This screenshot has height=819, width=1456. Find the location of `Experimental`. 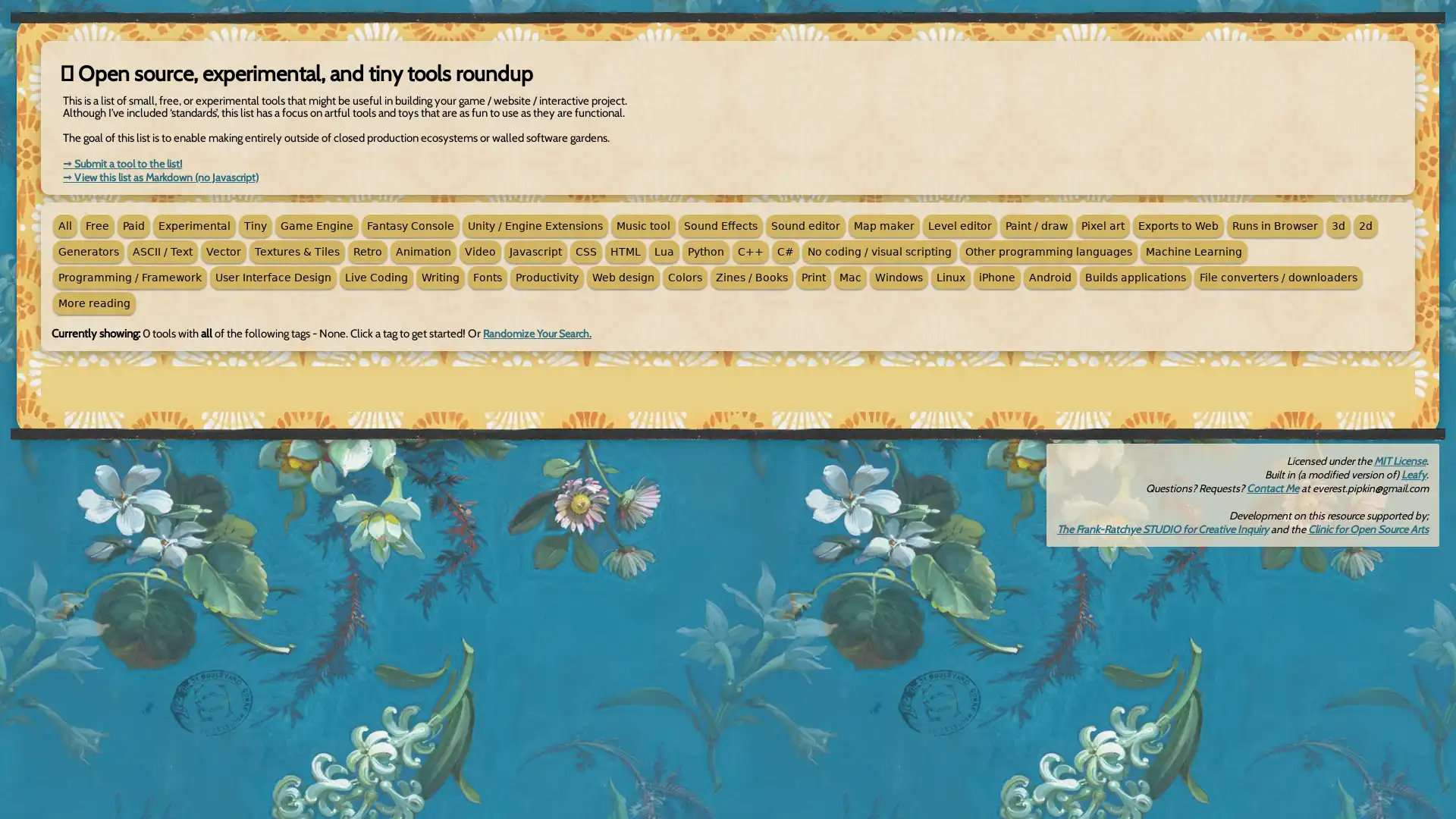

Experimental is located at coordinates (193, 225).